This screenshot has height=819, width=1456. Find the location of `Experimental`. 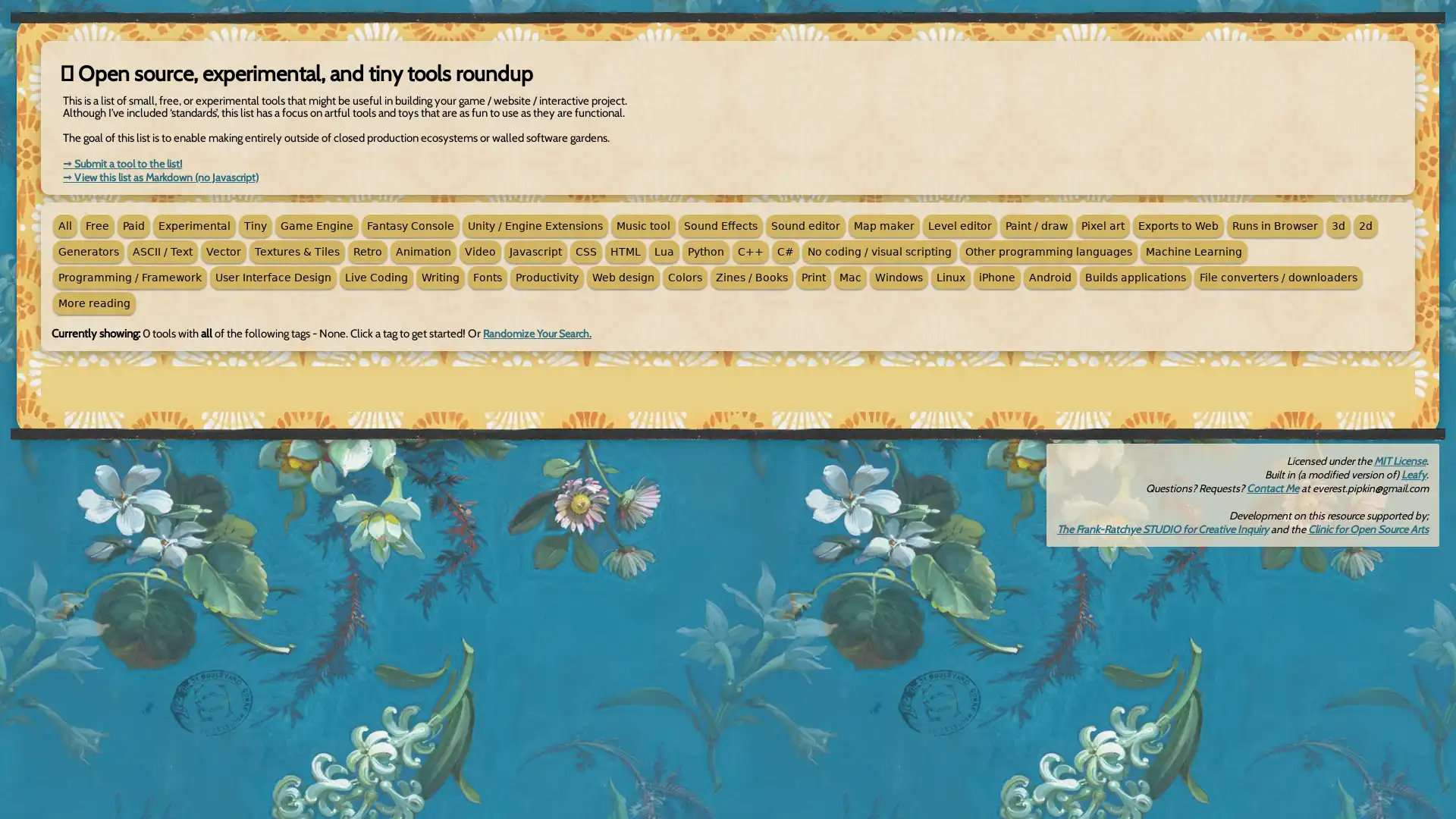

Experimental is located at coordinates (193, 225).